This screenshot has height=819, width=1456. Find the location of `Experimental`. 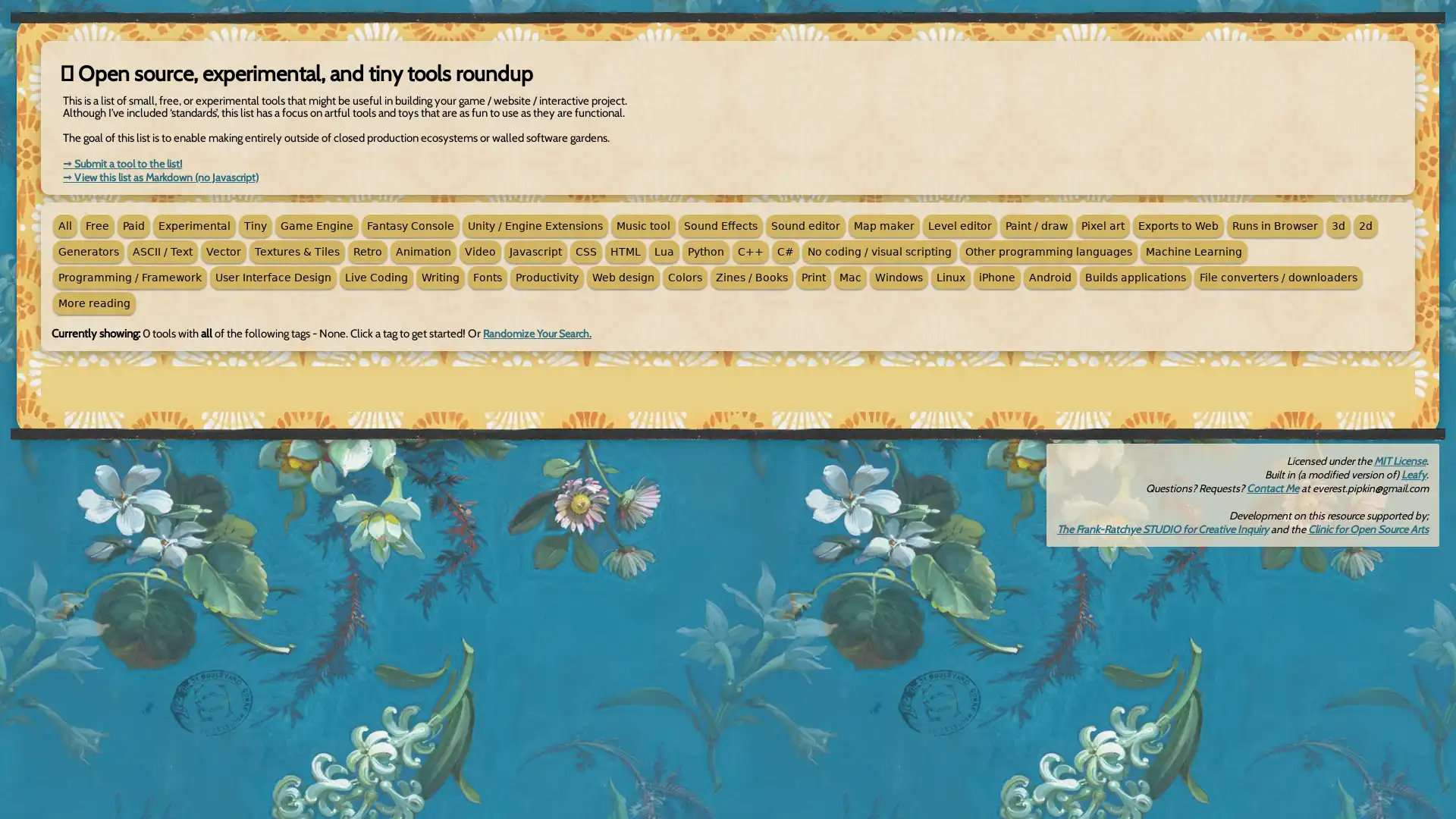

Experimental is located at coordinates (193, 225).